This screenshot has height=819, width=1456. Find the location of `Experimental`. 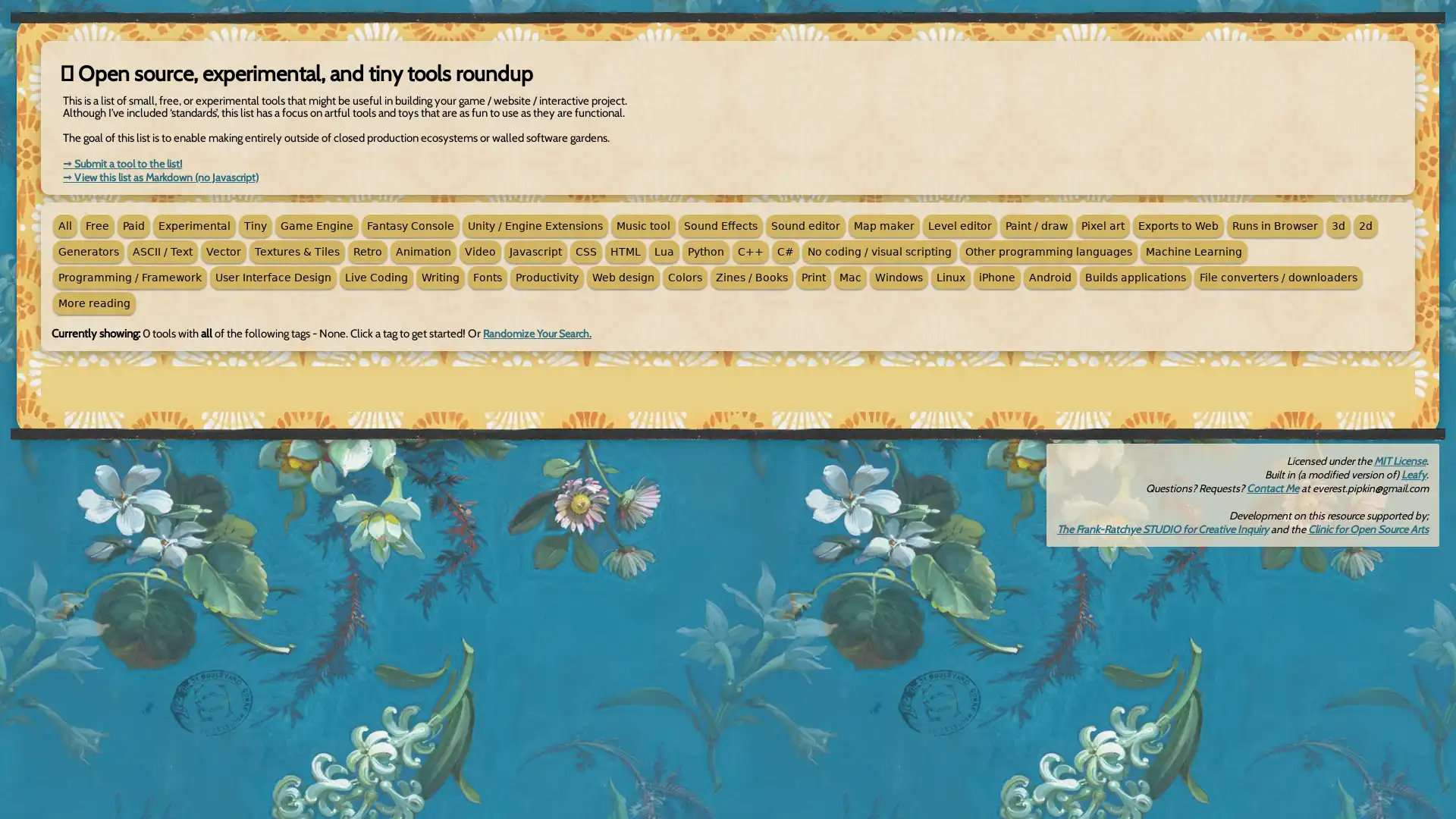

Experimental is located at coordinates (193, 225).